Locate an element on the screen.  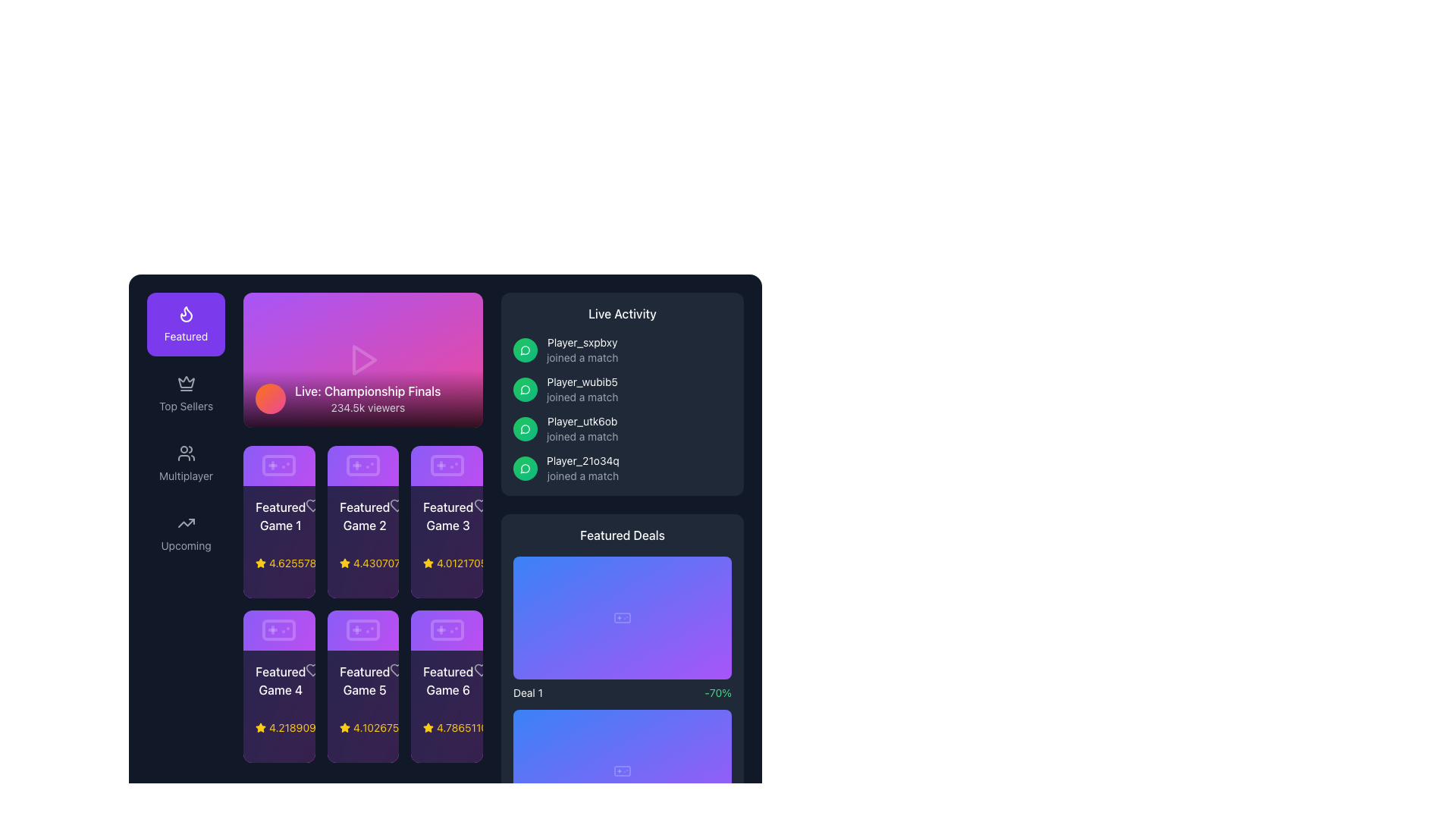
the game item represented by the yellow star rating display located under 'Featured Game 4' in the bottom-left of the grid layout is located at coordinates (329, 727).